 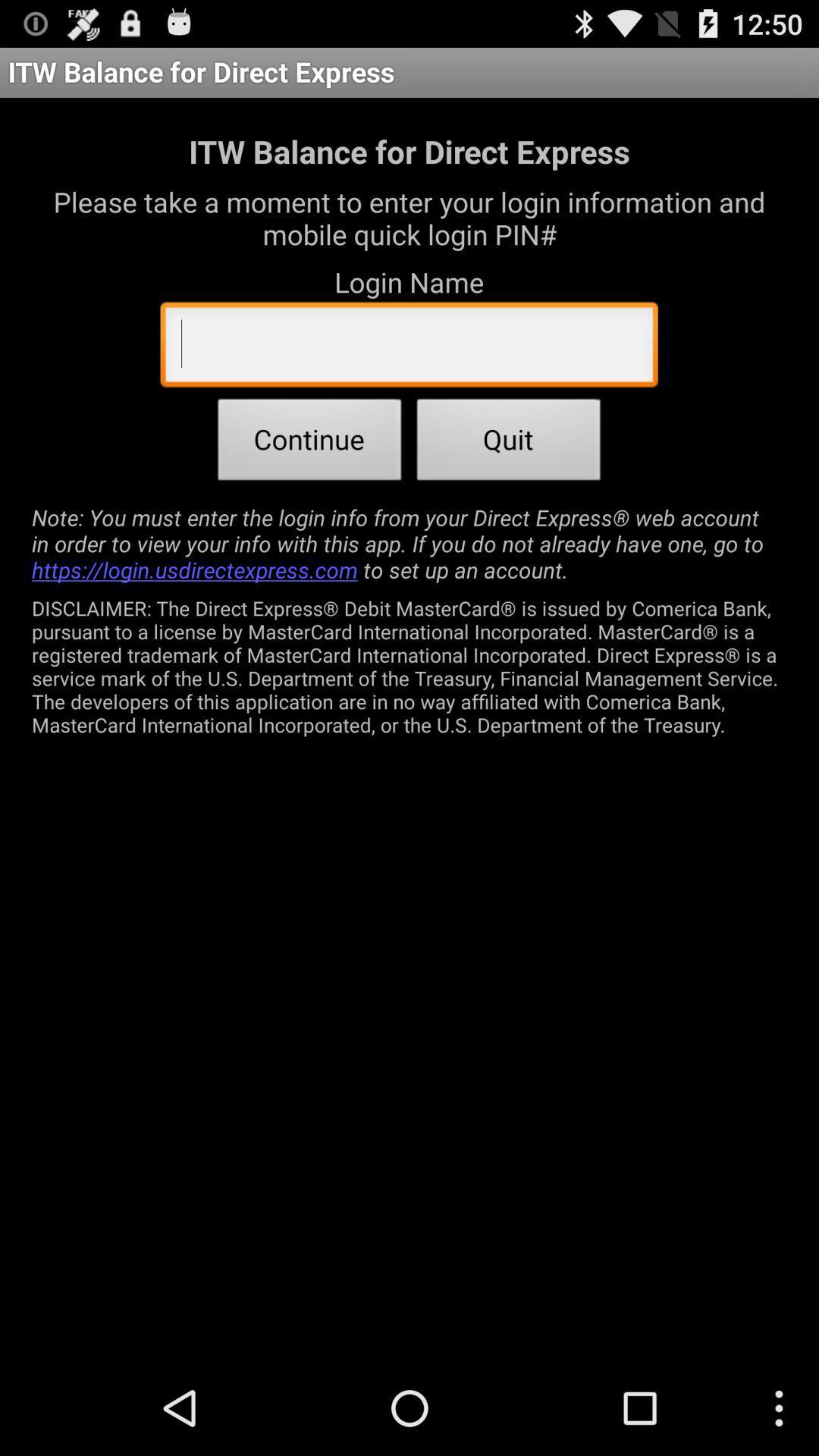 I want to click on quit icon, so click(x=509, y=443).